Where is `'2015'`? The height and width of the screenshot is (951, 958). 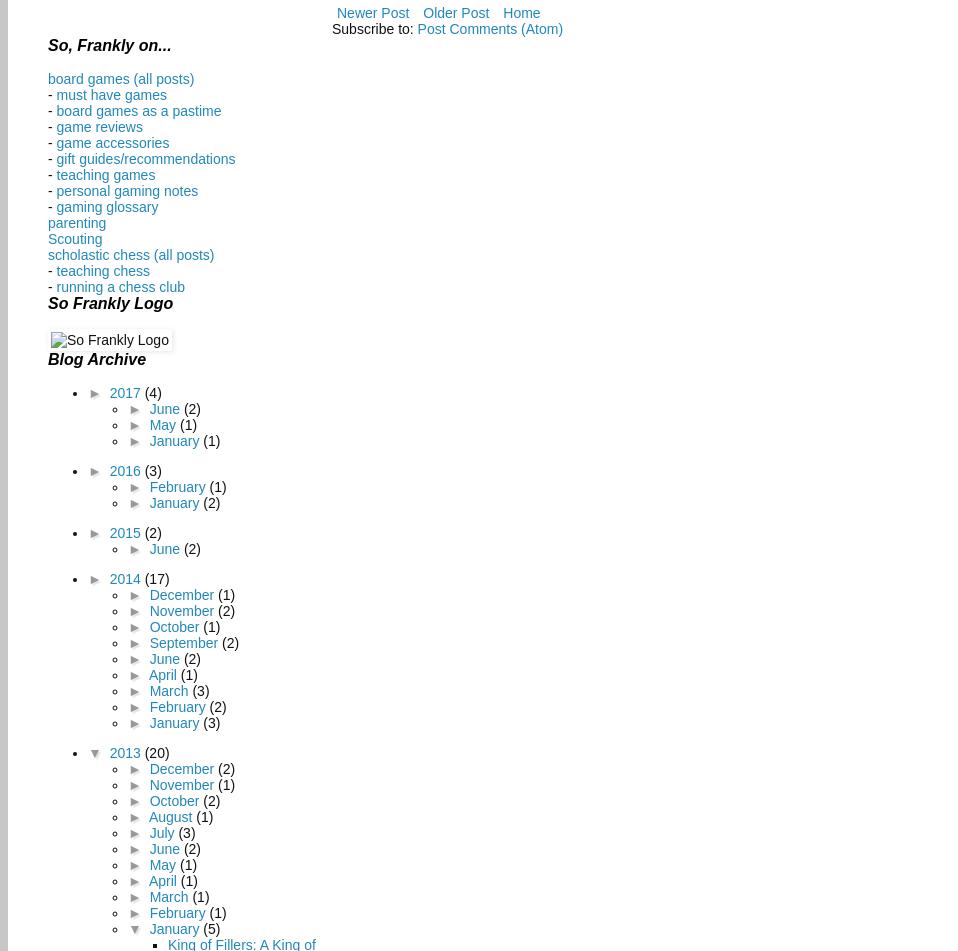 '2015' is located at coordinates (126, 532).